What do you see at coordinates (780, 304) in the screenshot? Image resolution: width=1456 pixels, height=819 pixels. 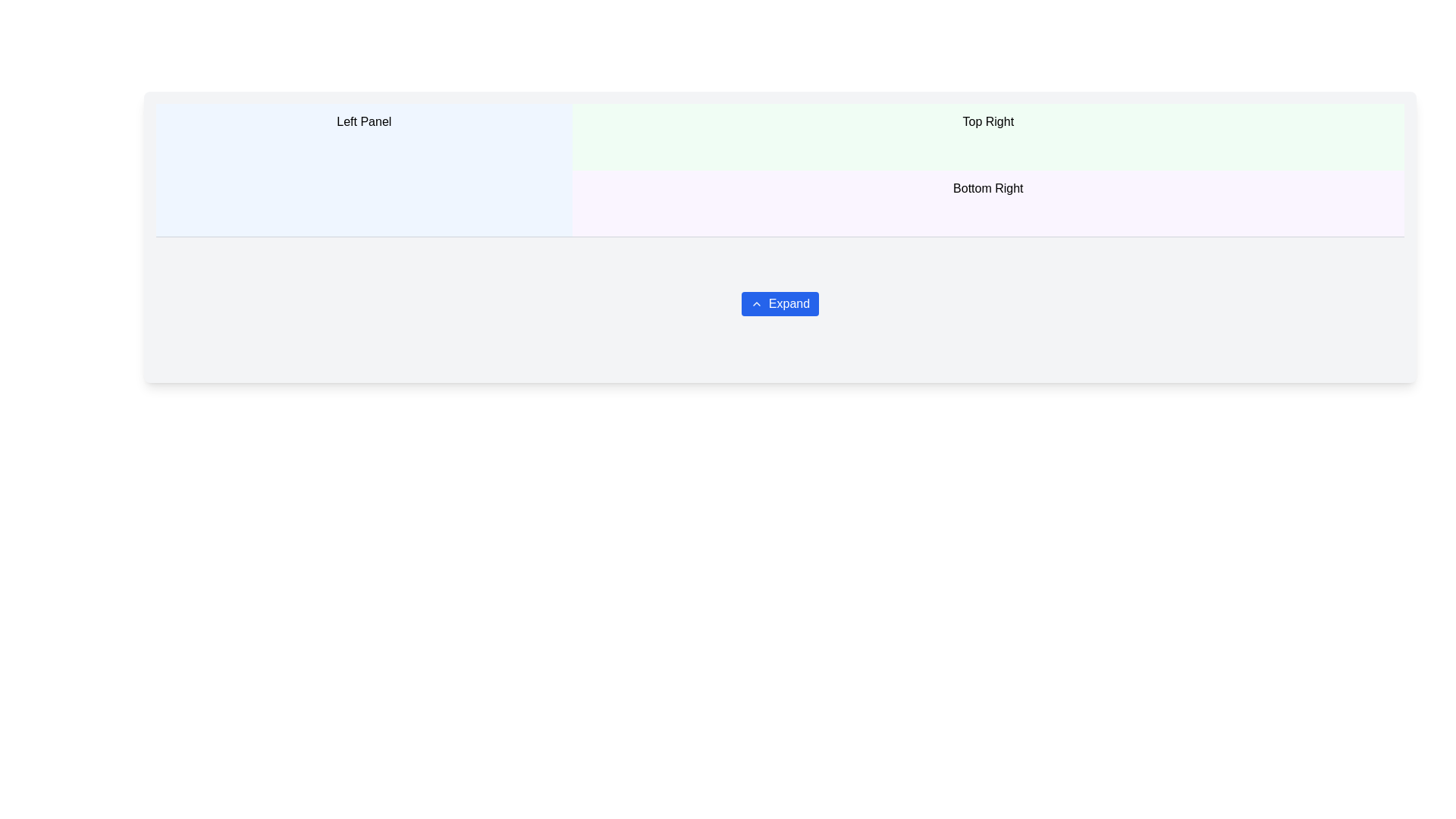 I see `the blue 'Expand' button with a chevron icon` at bounding box center [780, 304].